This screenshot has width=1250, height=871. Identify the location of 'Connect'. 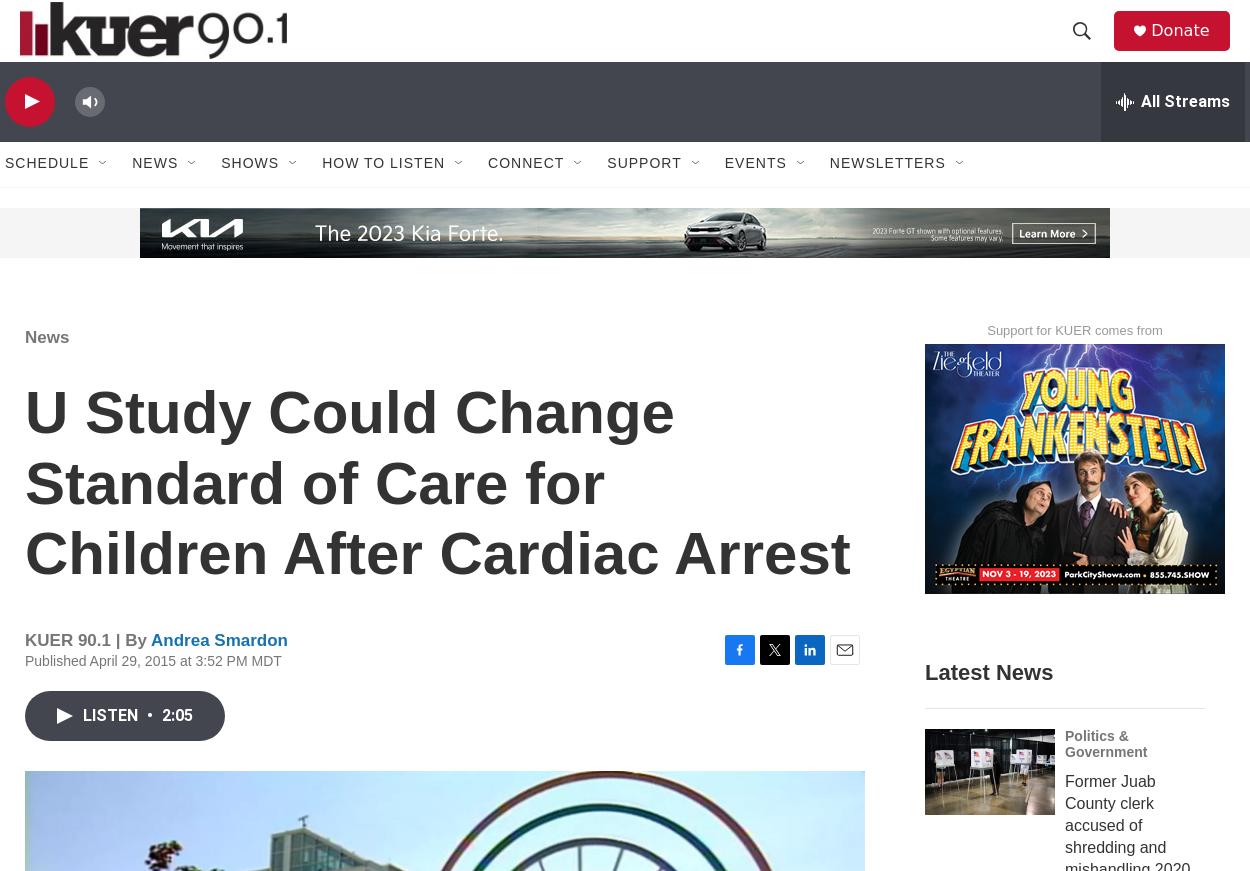
(526, 205).